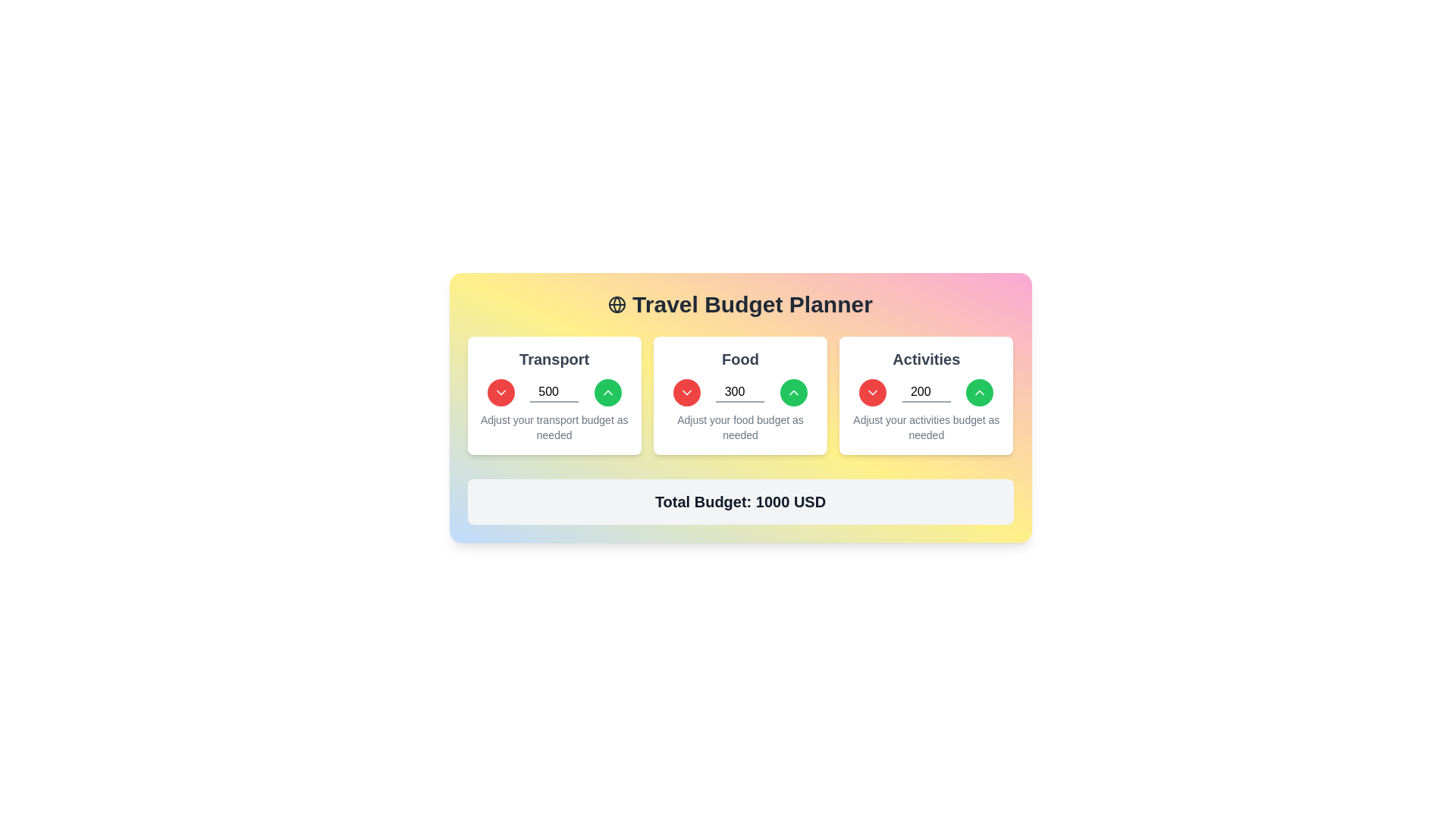 This screenshot has width=1456, height=819. Describe the element at coordinates (617, 304) in the screenshot. I see `the SVG circle icon that symbolizes global travel or planning, located next to the 'Travel Budget Planner' title` at that location.